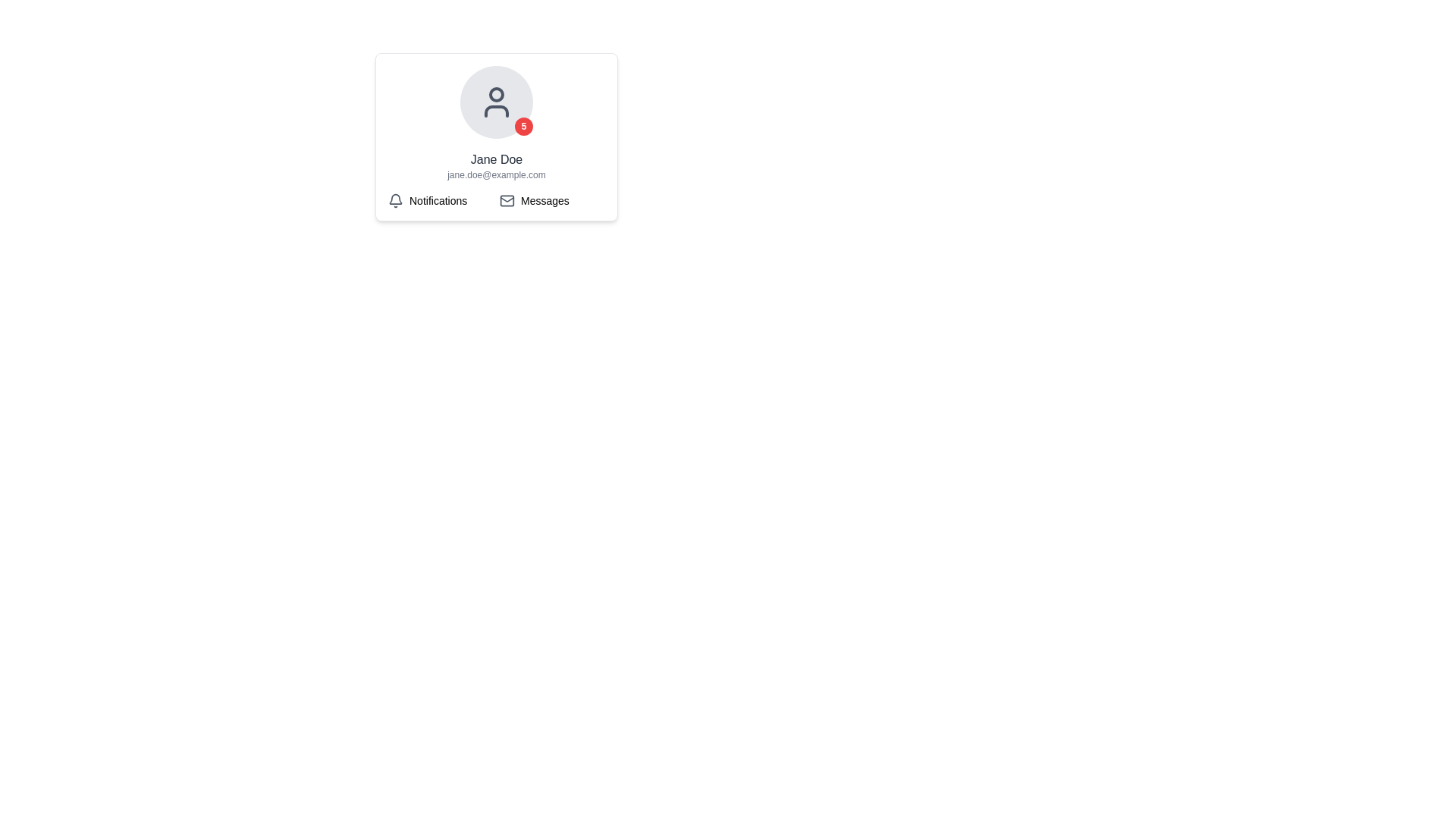 The image size is (1456, 819). Describe the element at coordinates (396, 200) in the screenshot. I see `the bell icon representing notifications, which is located to the left of the text 'Notifications' in the bottom-left section of the card-like structure` at that location.